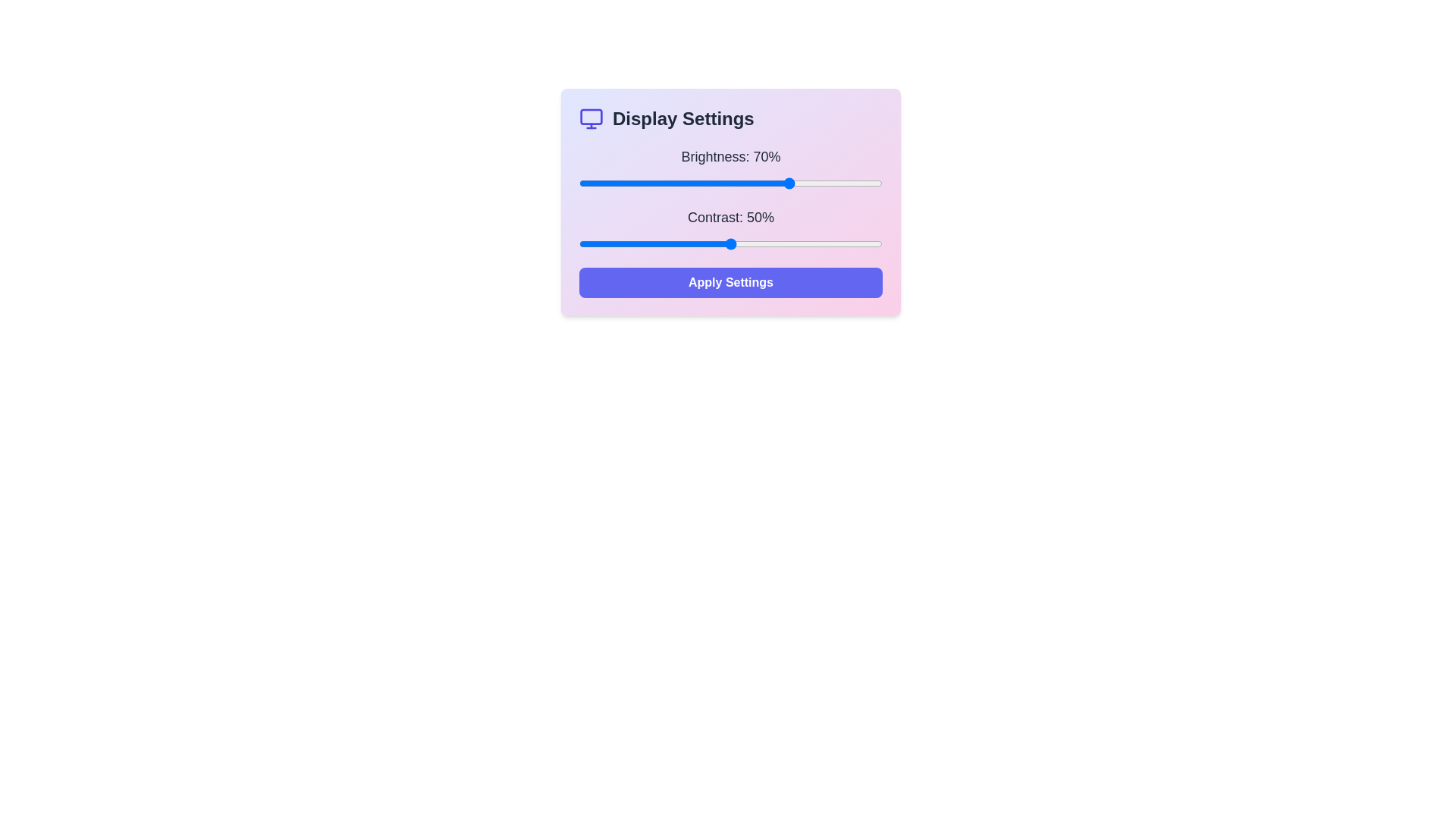 The image size is (1456, 819). I want to click on the 'Apply Settings' button to apply the current display settings, so click(731, 283).